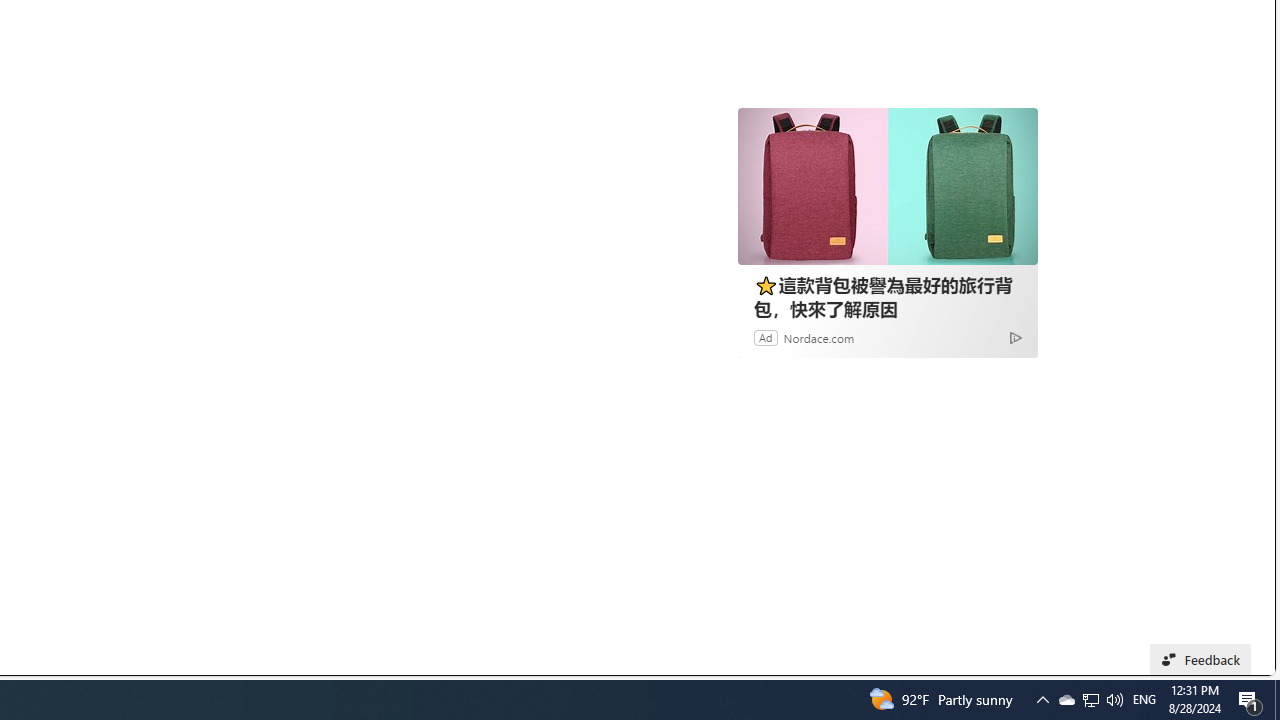 Image resolution: width=1280 pixels, height=720 pixels. Describe the element at coordinates (1015, 336) in the screenshot. I see `'Ad Choice'` at that location.